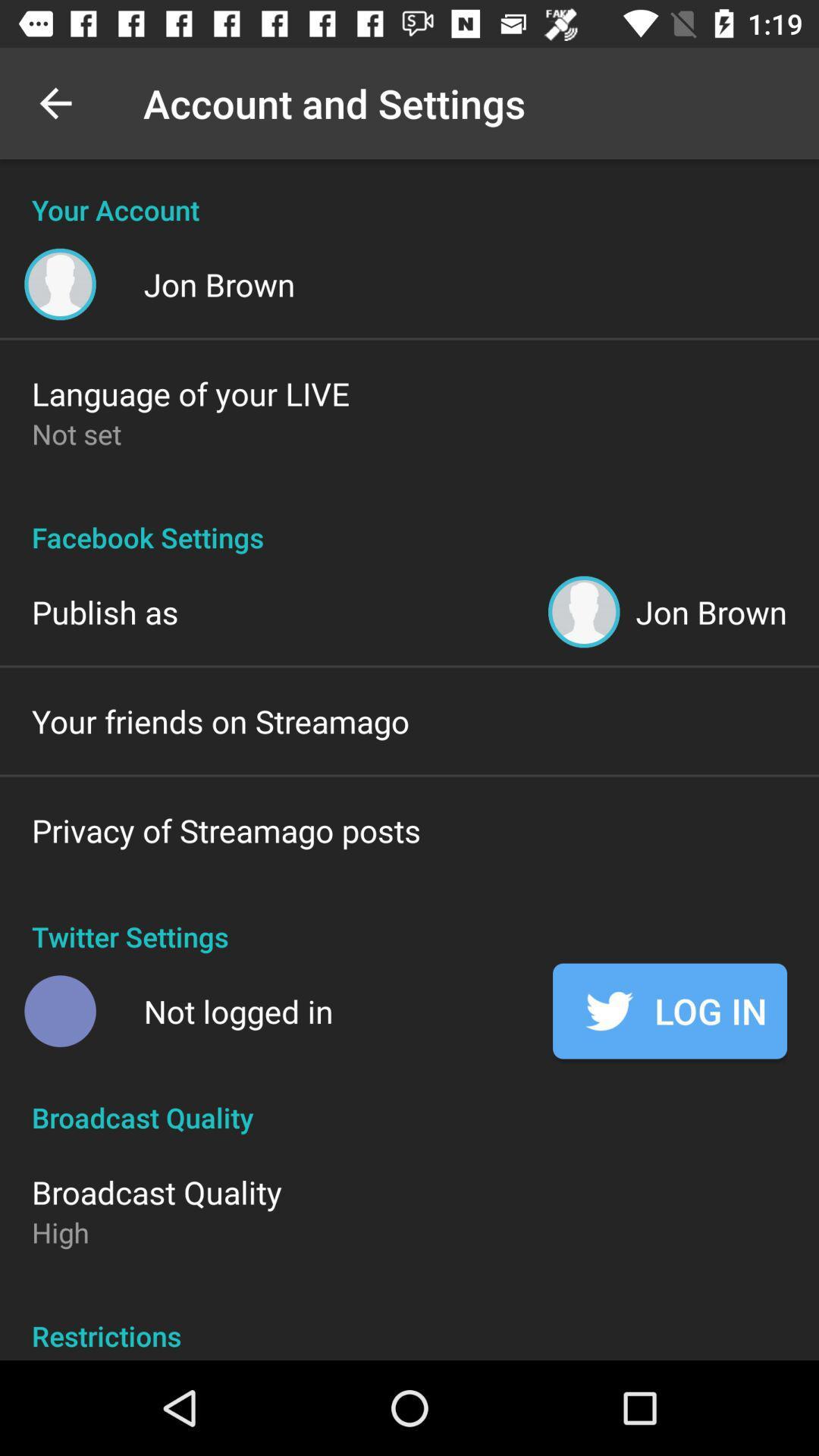  What do you see at coordinates (190, 393) in the screenshot?
I see `language of your item` at bounding box center [190, 393].